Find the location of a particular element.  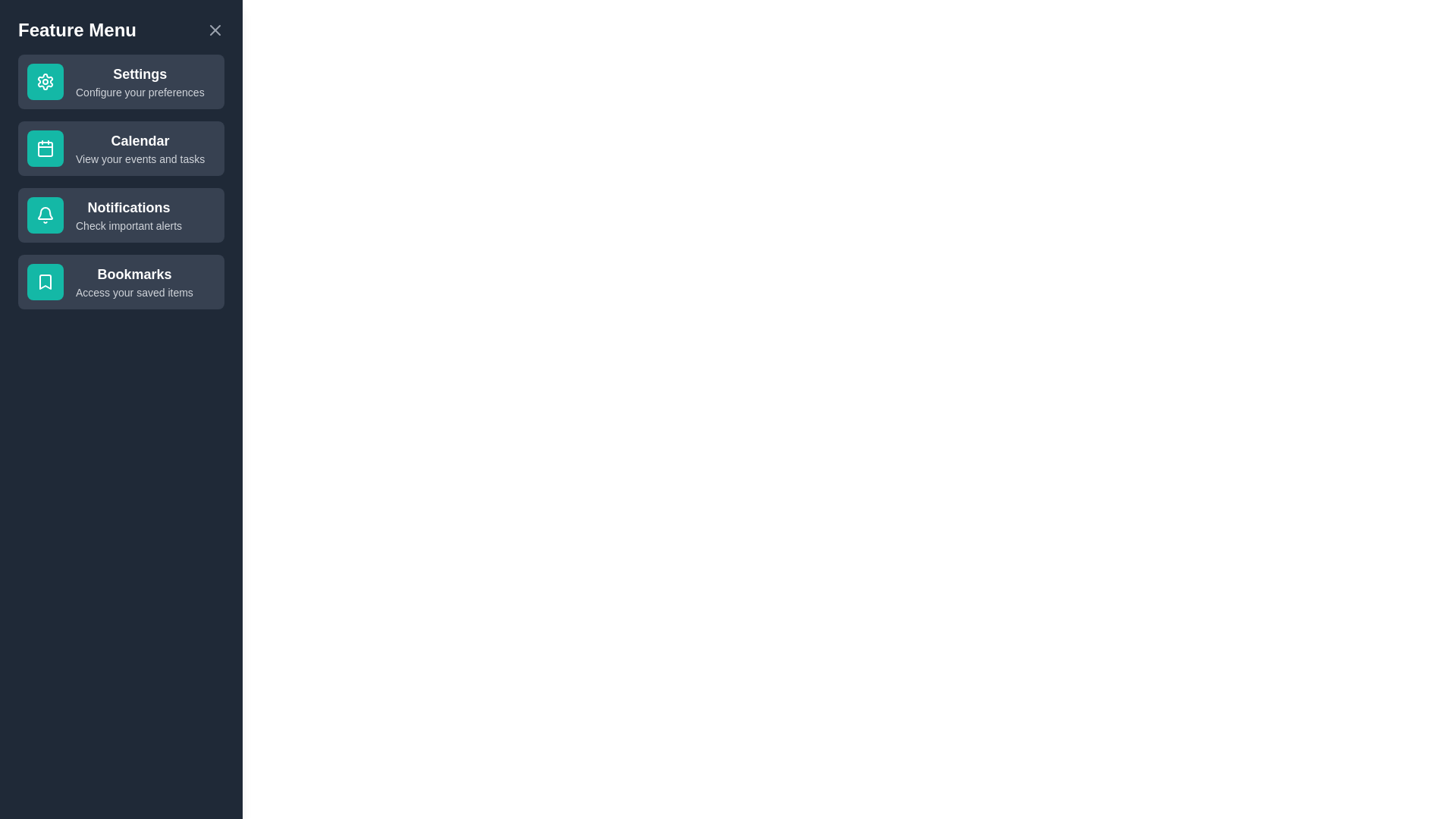

the icon associated with the feature Bookmarks is located at coordinates (45, 281).